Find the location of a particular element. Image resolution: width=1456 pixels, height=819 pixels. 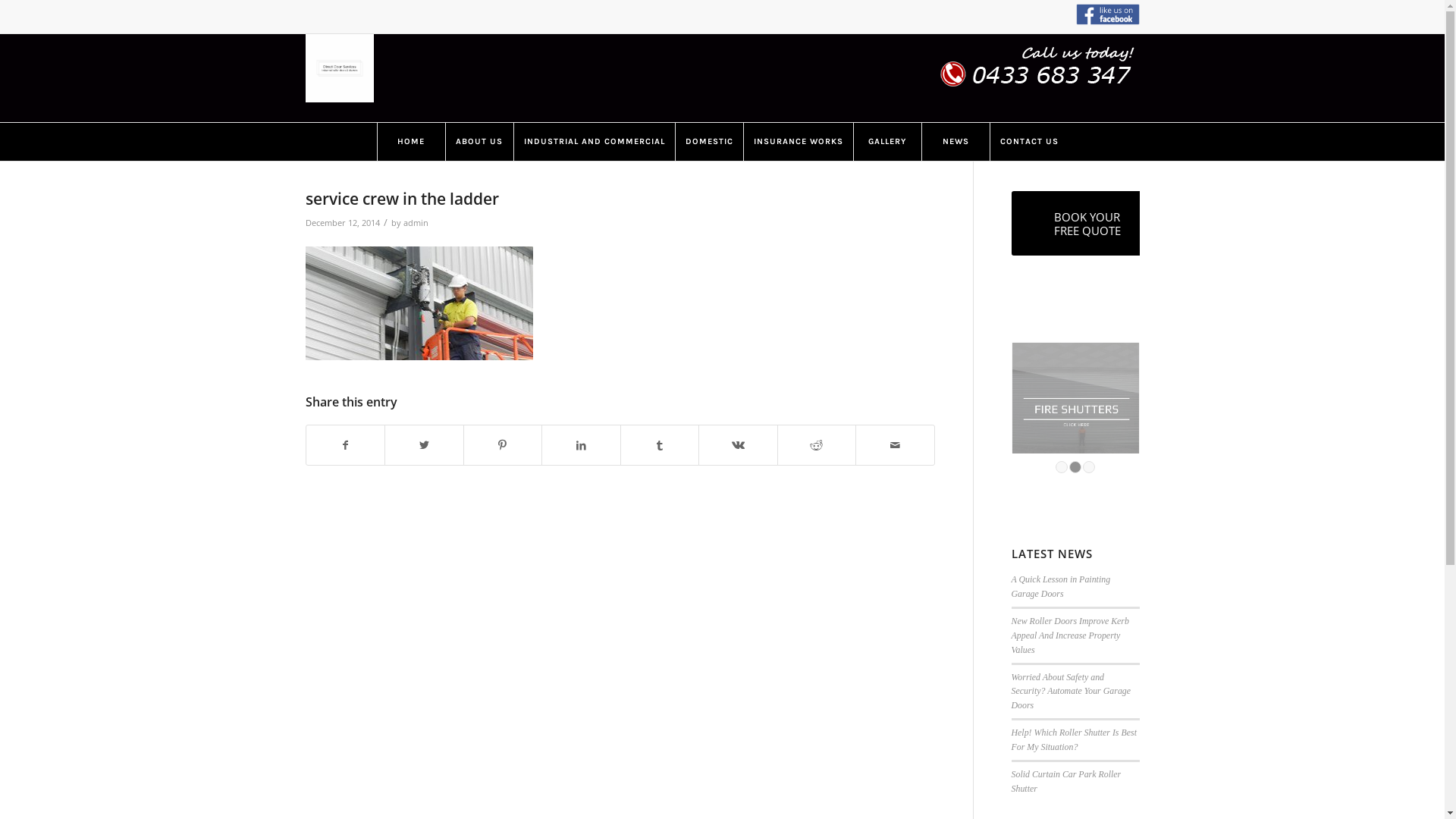

'3' is located at coordinates (1087, 466).